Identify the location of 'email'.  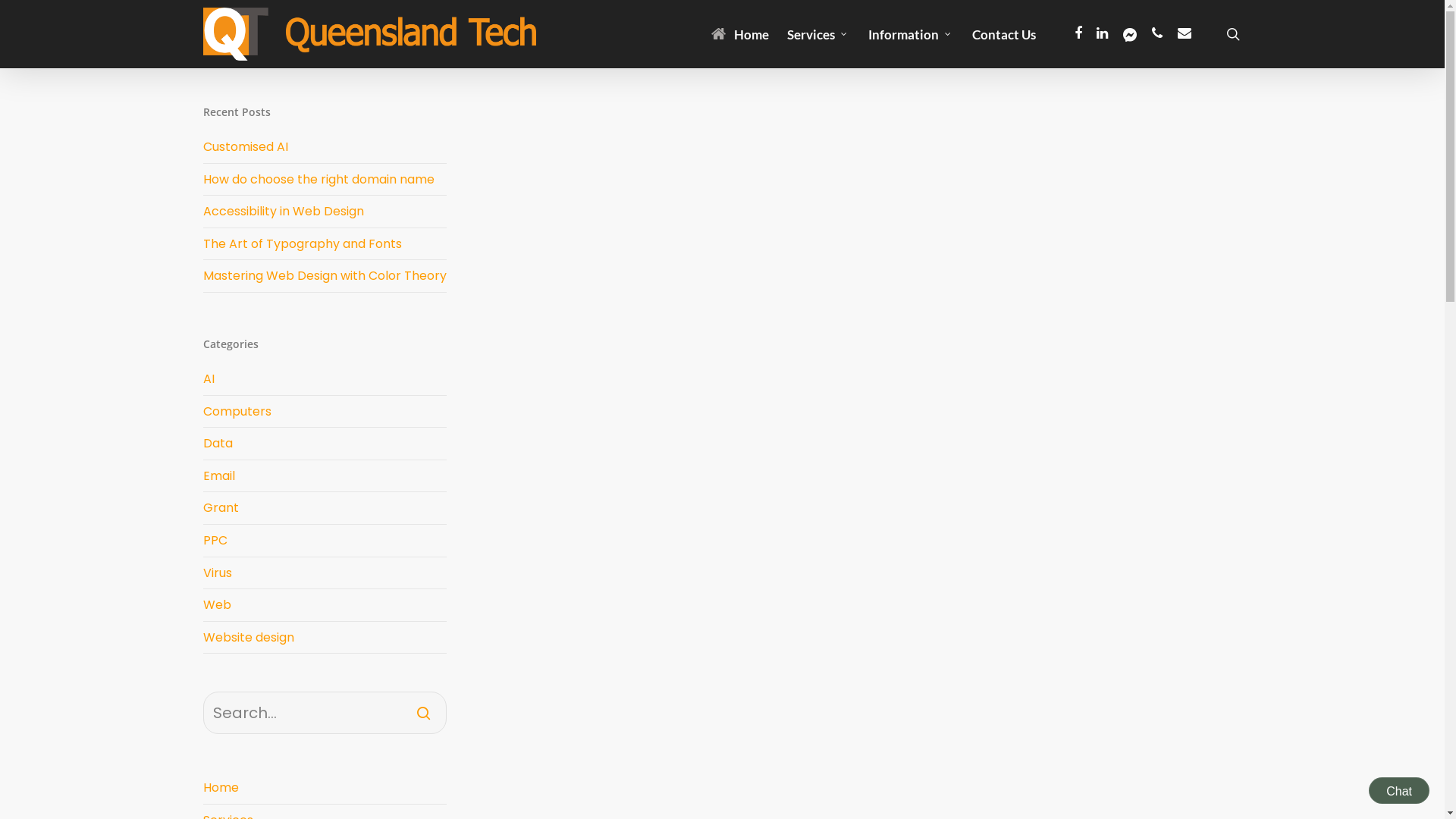
(1183, 34).